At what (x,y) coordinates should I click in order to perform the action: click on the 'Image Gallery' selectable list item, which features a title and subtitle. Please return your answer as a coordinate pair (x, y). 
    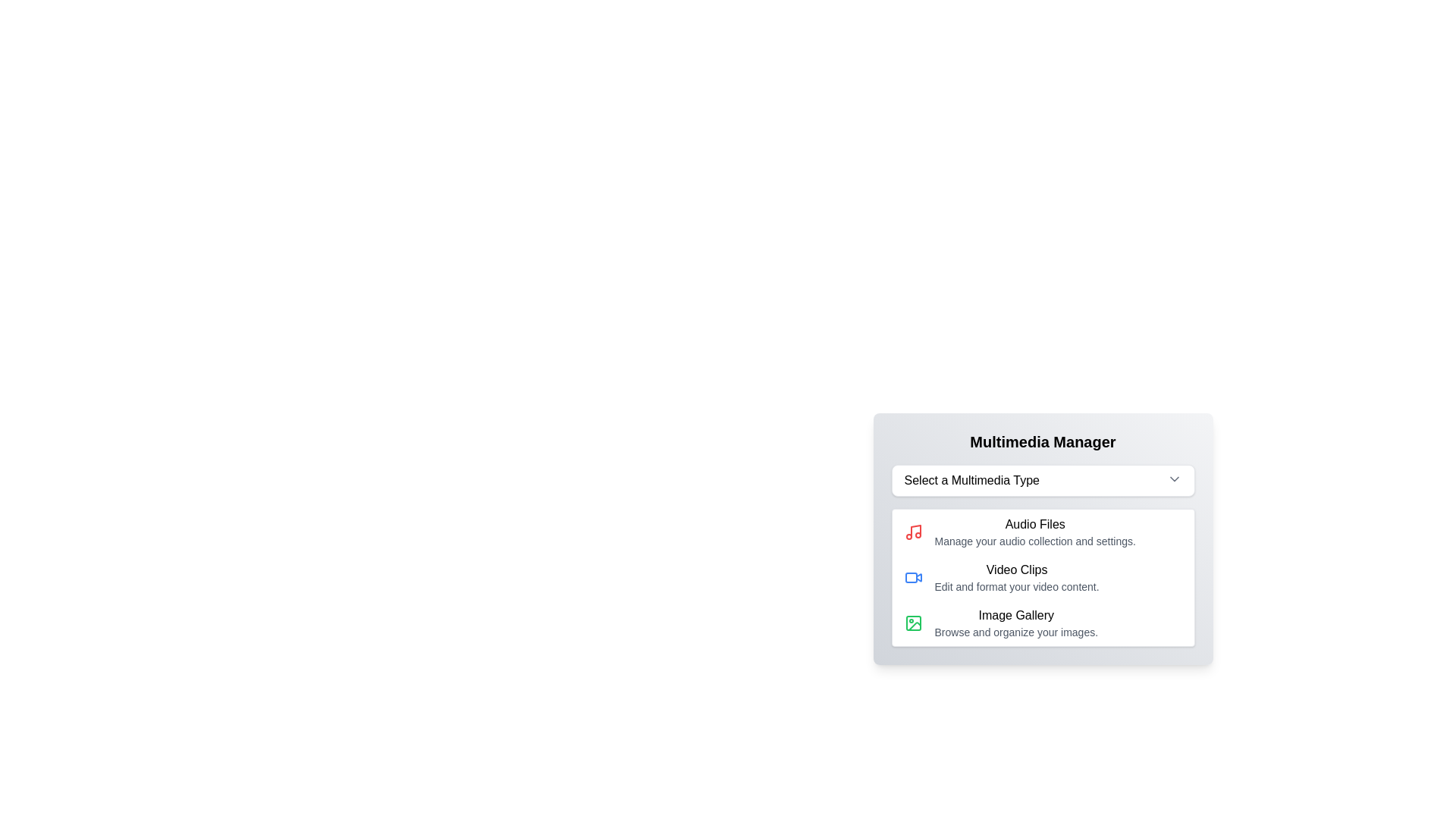
    Looking at the image, I should click on (1016, 623).